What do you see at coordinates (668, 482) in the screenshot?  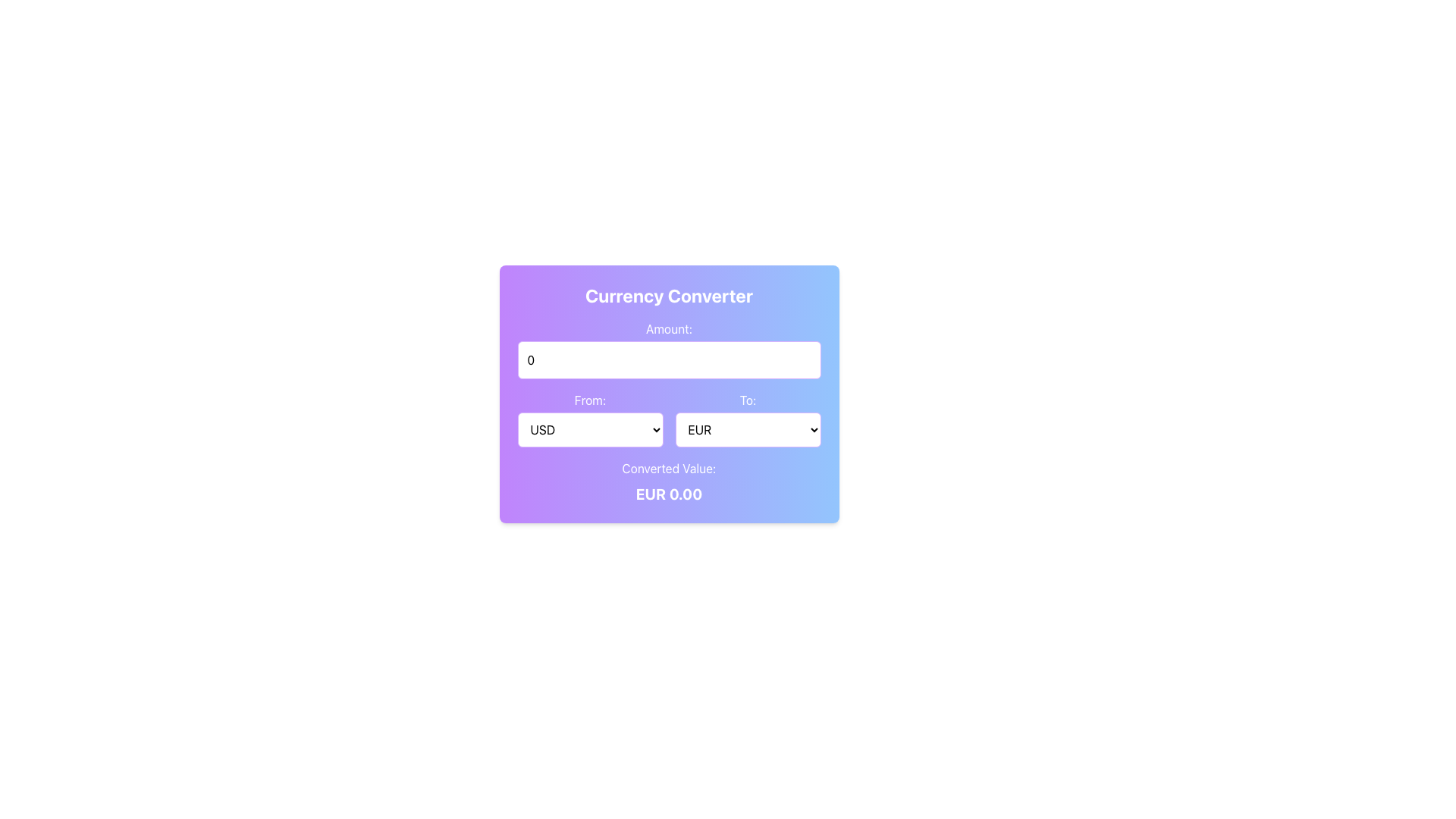 I see `the label displaying the converted currency value at the bottom of the 'Currency Converter' card` at bounding box center [668, 482].